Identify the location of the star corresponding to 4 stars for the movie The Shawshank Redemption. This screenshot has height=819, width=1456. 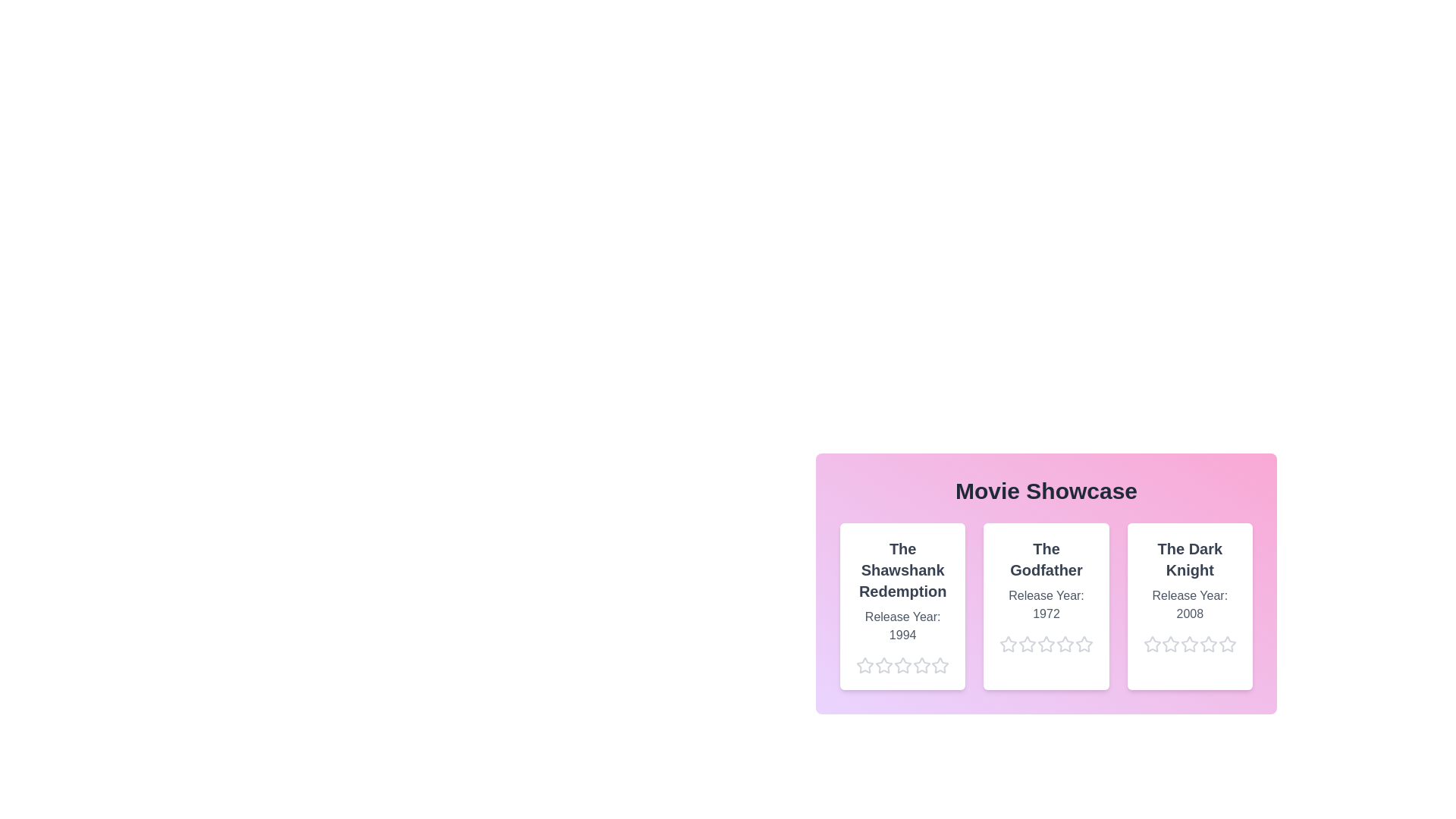
(912, 665).